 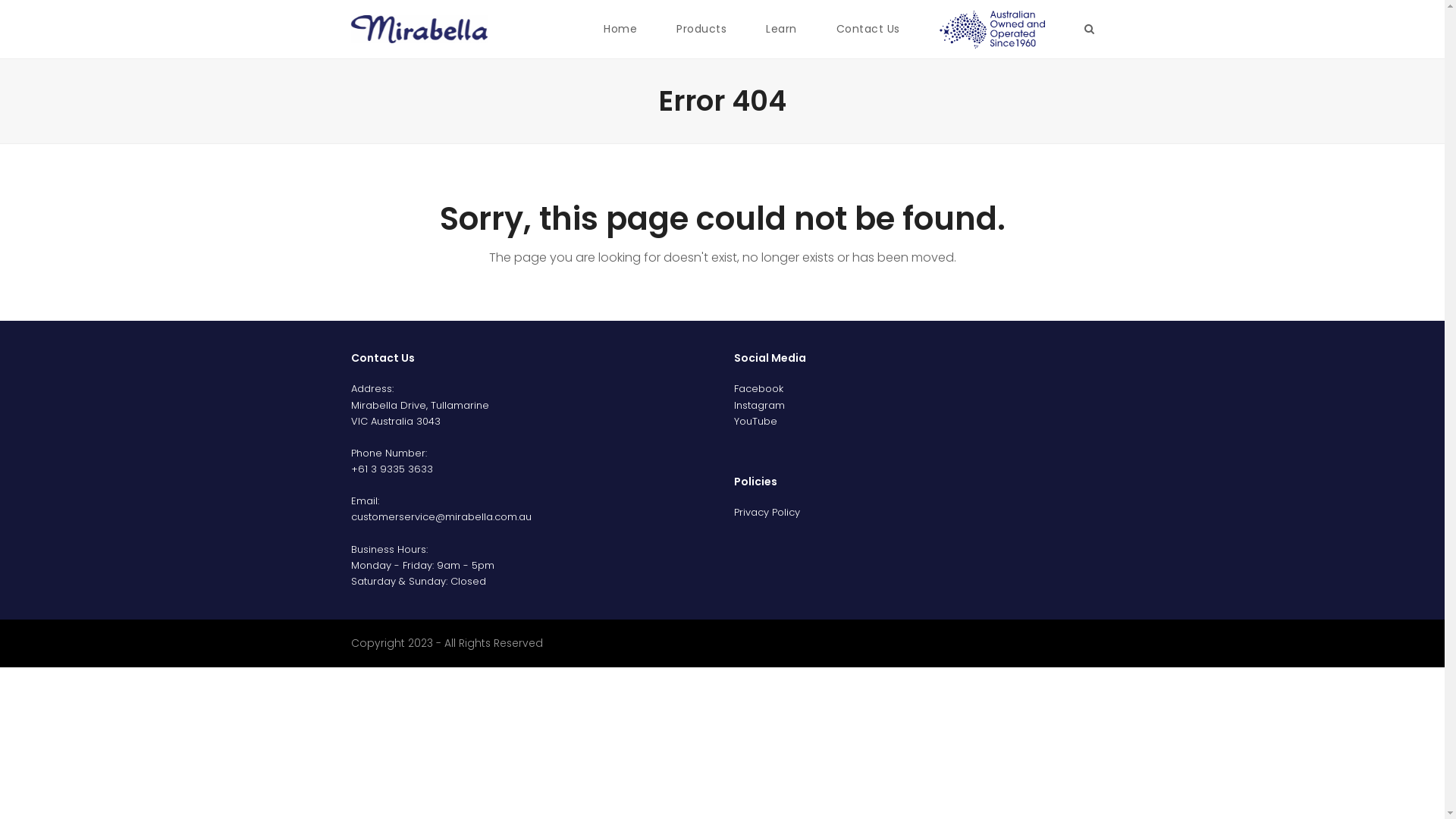 What do you see at coordinates (868, 29) in the screenshot?
I see `'Contact Us'` at bounding box center [868, 29].